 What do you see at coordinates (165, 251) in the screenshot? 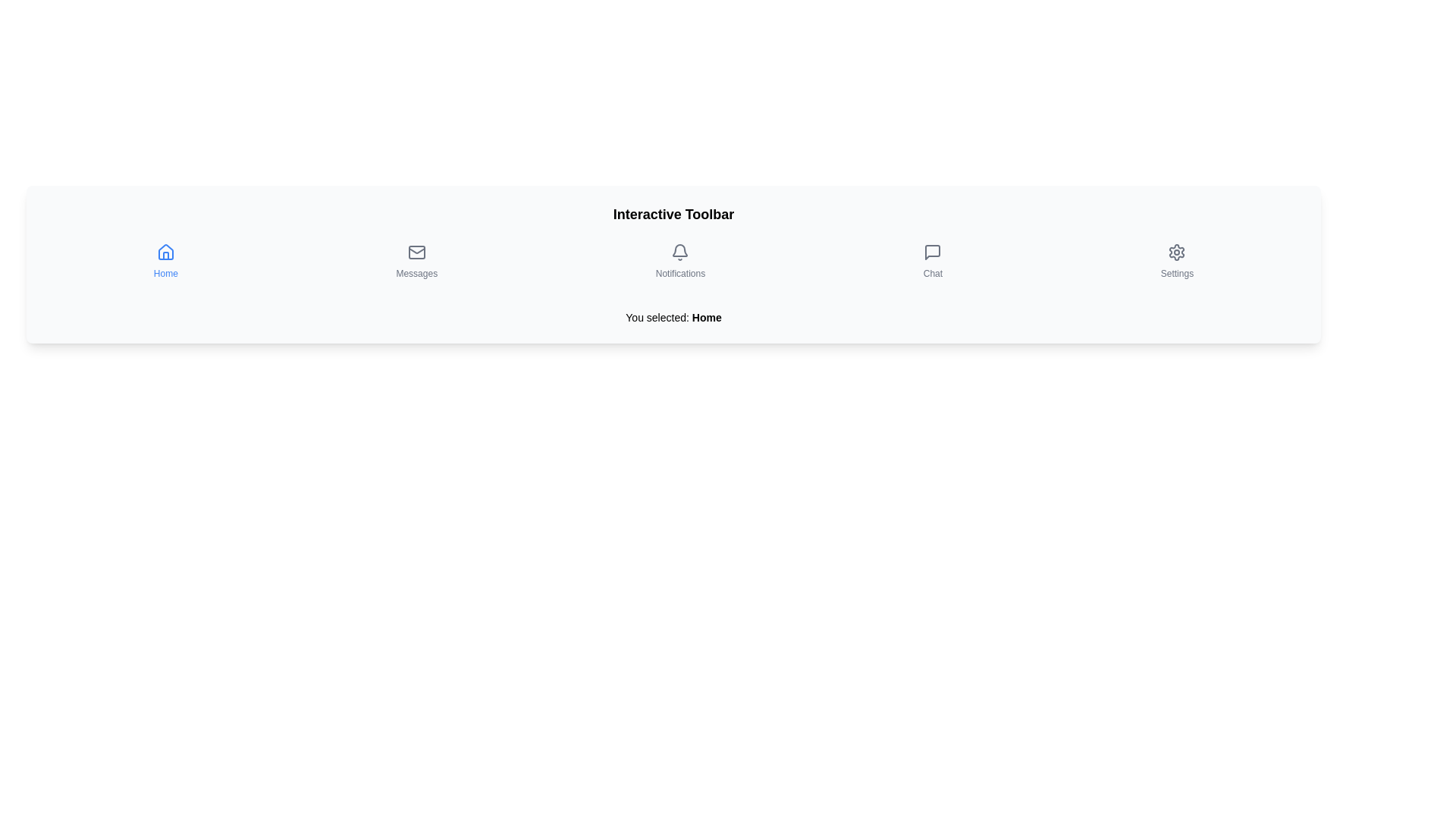
I see `the blue house icon located in the horizontal navigation menu, positioned directly above the 'Home' text label` at bounding box center [165, 251].